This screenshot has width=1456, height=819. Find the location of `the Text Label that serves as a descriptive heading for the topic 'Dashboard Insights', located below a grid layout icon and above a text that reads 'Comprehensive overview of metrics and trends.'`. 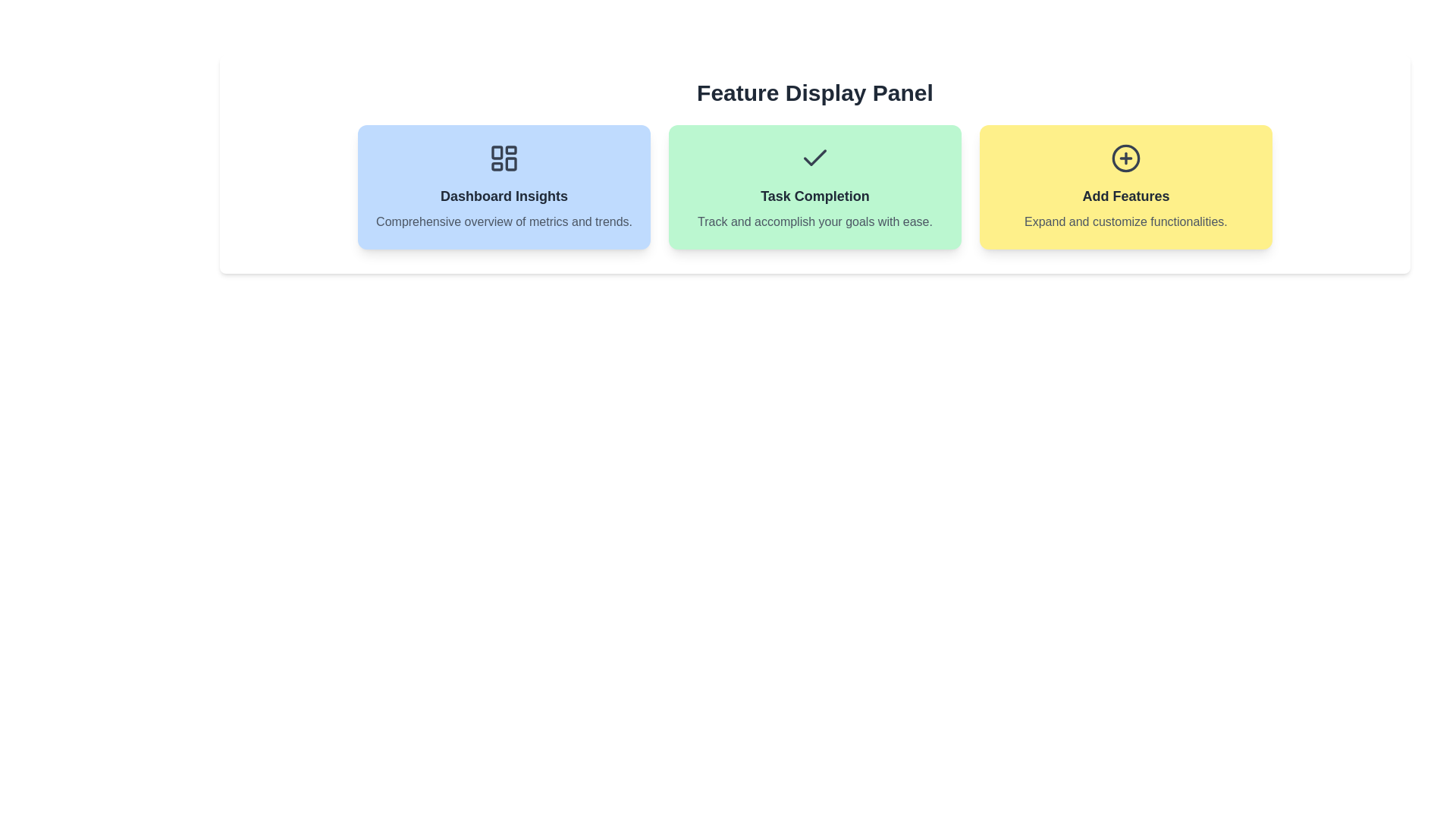

the Text Label that serves as a descriptive heading for the topic 'Dashboard Insights', located below a grid layout icon and above a text that reads 'Comprehensive overview of metrics and trends.' is located at coordinates (504, 195).